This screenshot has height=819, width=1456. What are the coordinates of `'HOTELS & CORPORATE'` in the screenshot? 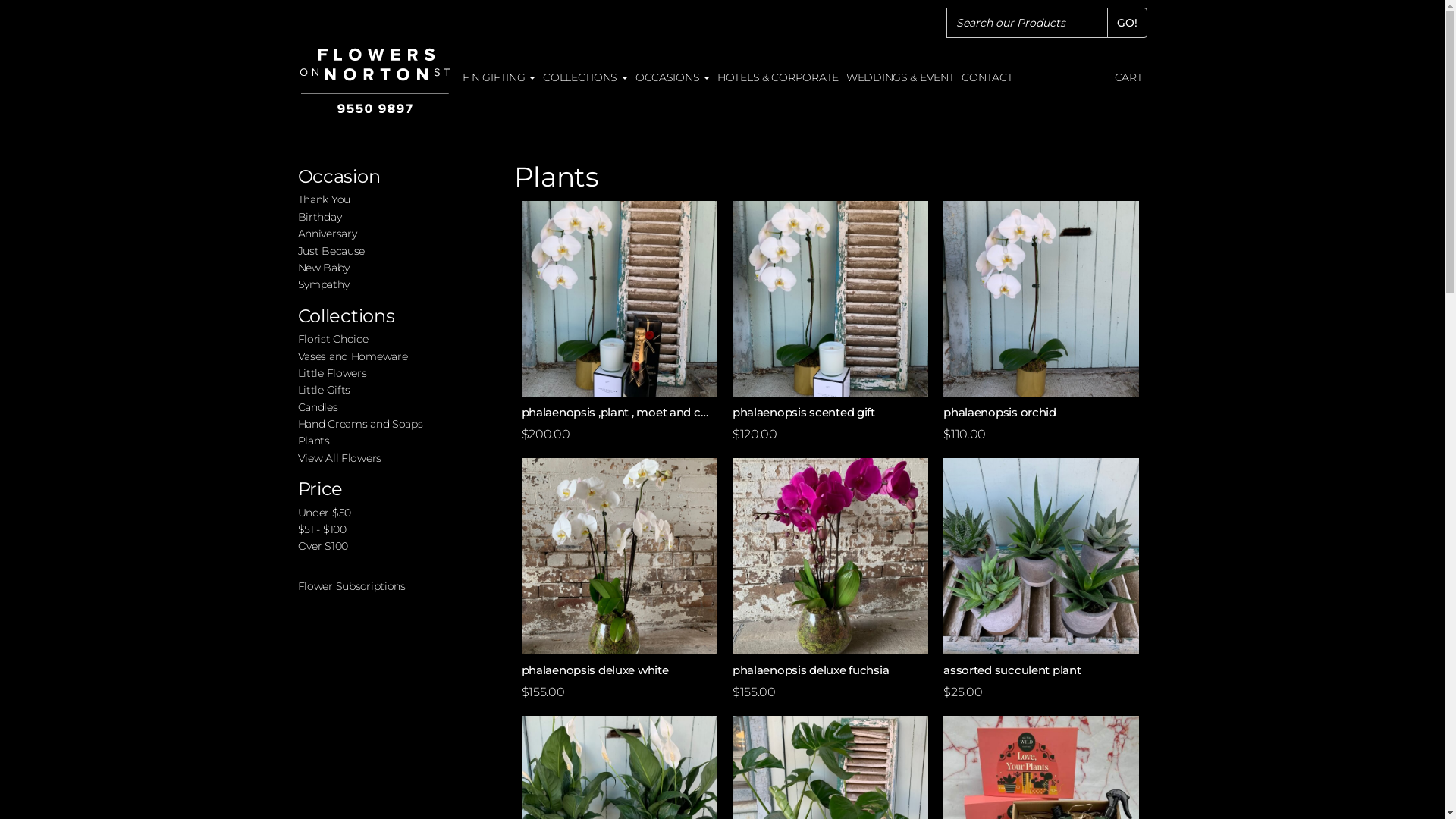 It's located at (778, 77).